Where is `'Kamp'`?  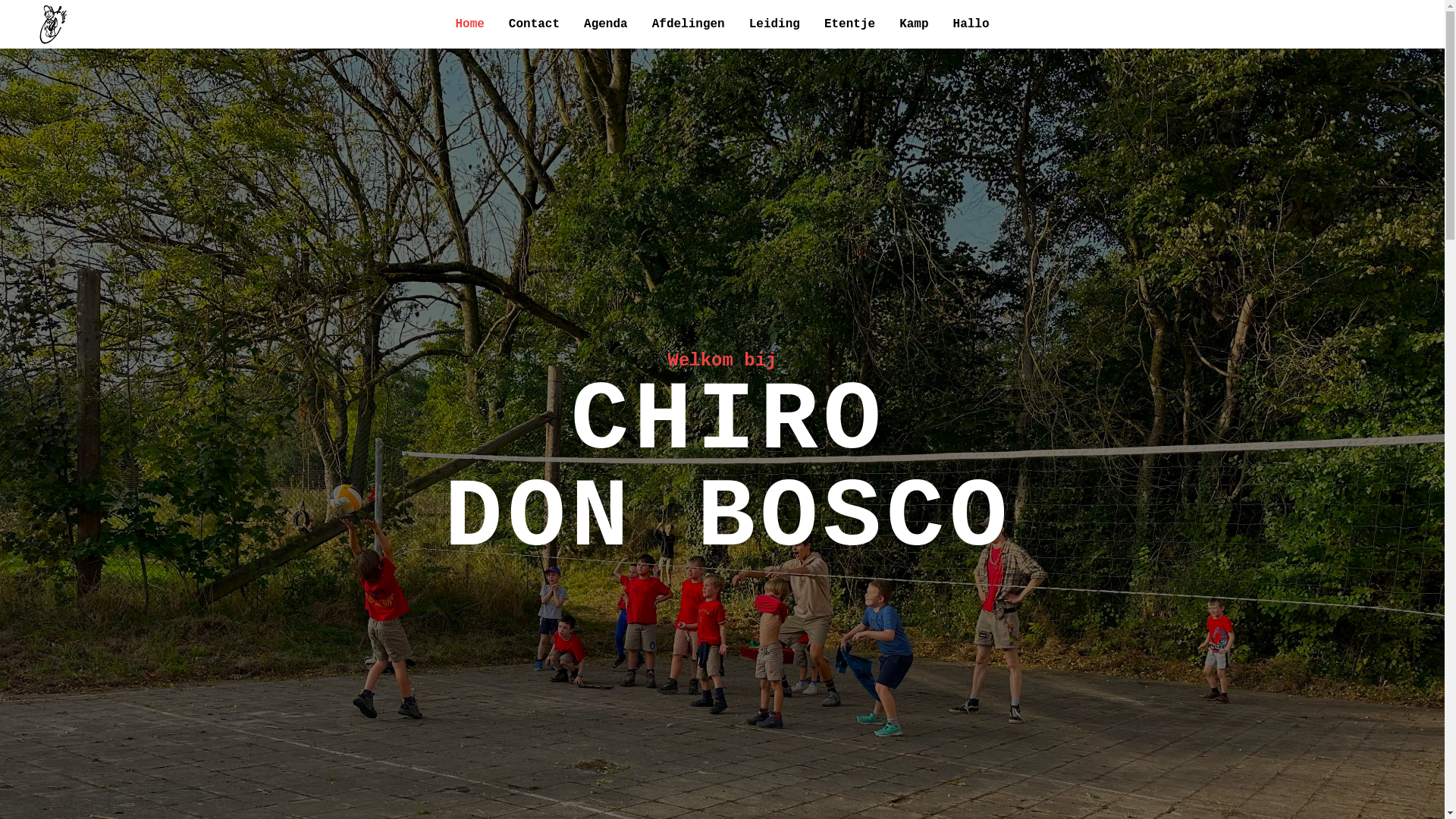
'Kamp' is located at coordinates (912, 24).